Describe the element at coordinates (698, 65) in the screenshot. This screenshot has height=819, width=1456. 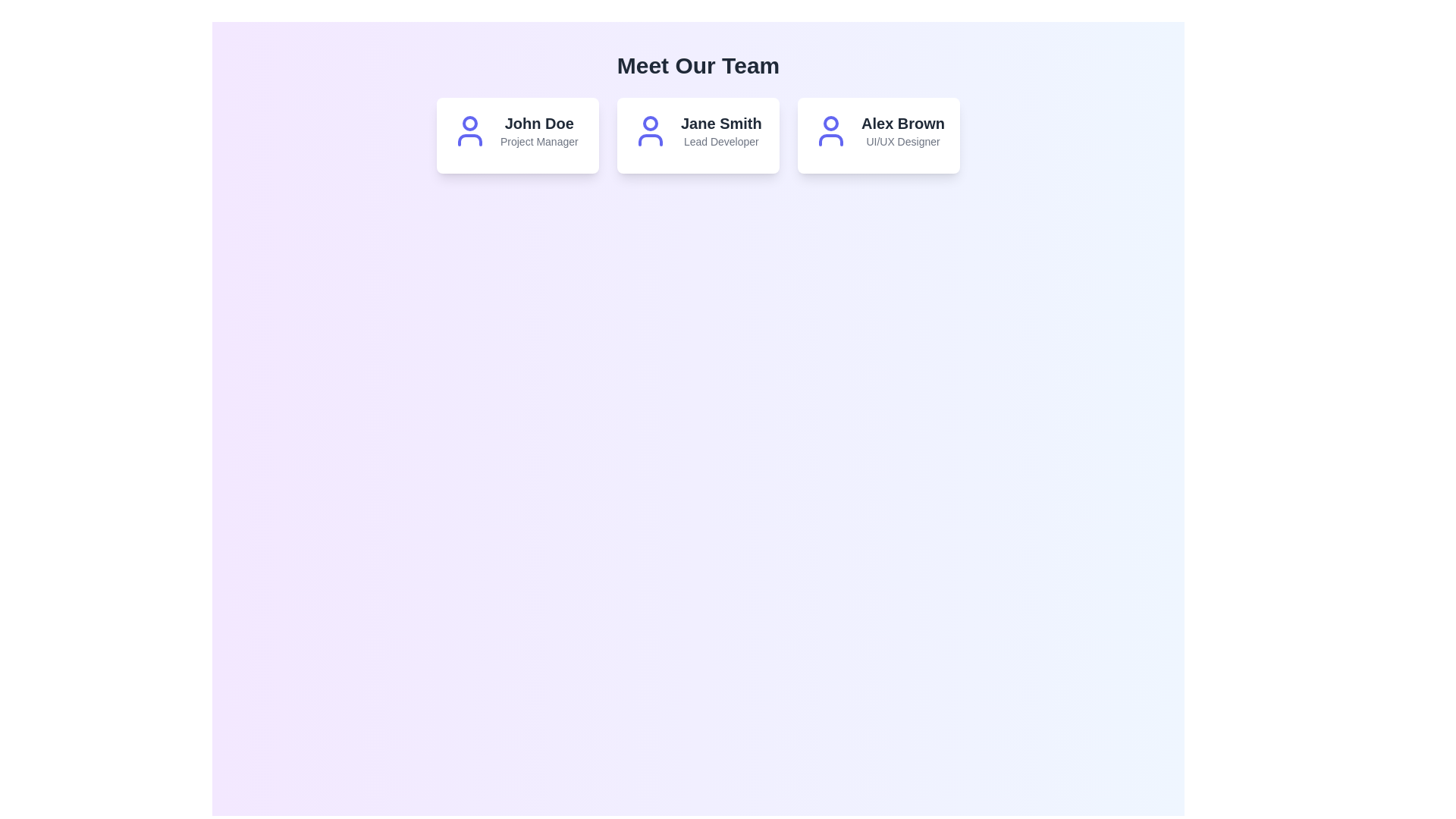
I see `the 'Meet Our Team' heading text, which is large, bold, and dark-colored, positioned centrally at the top of the section` at that location.